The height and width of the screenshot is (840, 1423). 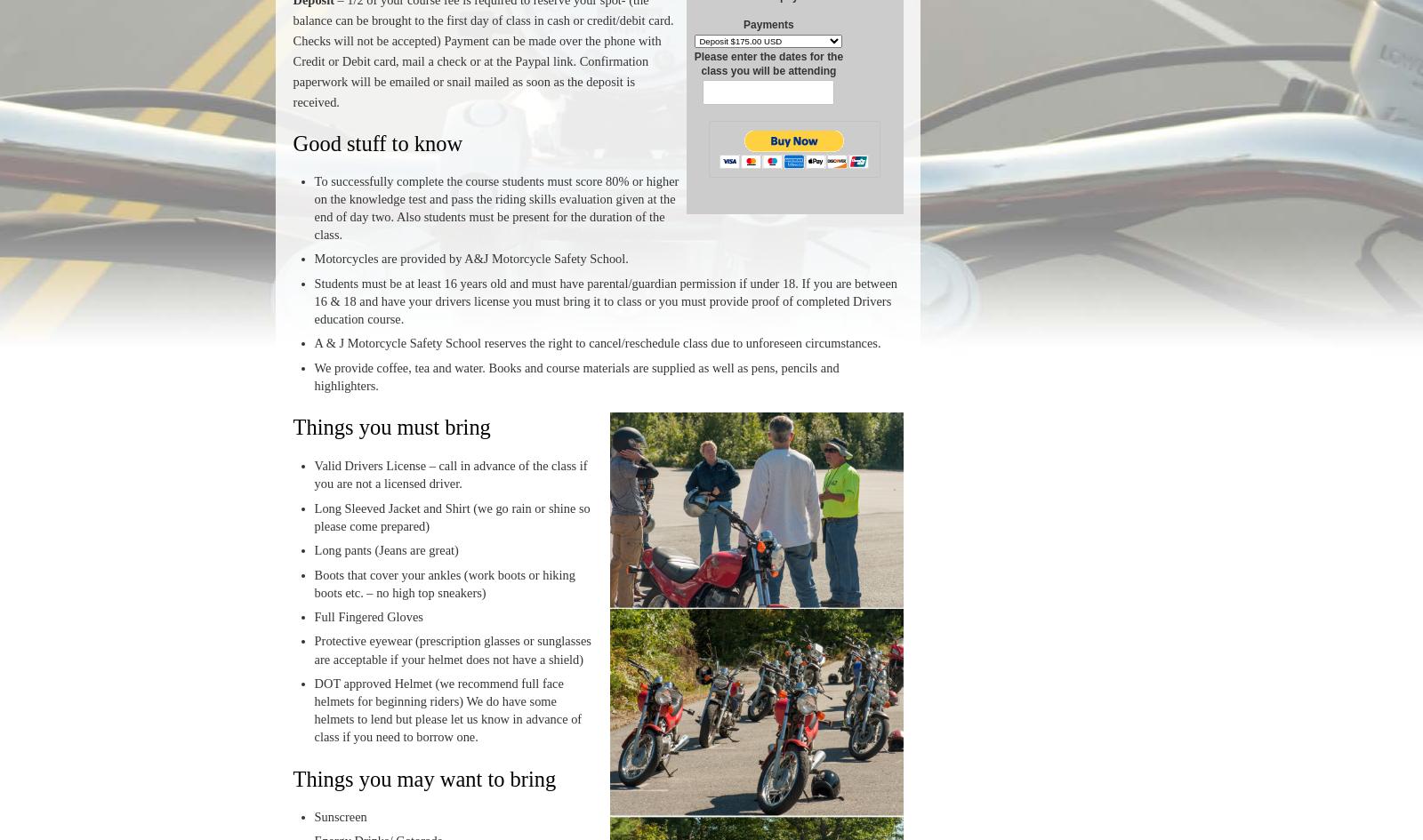 What do you see at coordinates (422, 778) in the screenshot?
I see `'Things you may want to bring'` at bounding box center [422, 778].